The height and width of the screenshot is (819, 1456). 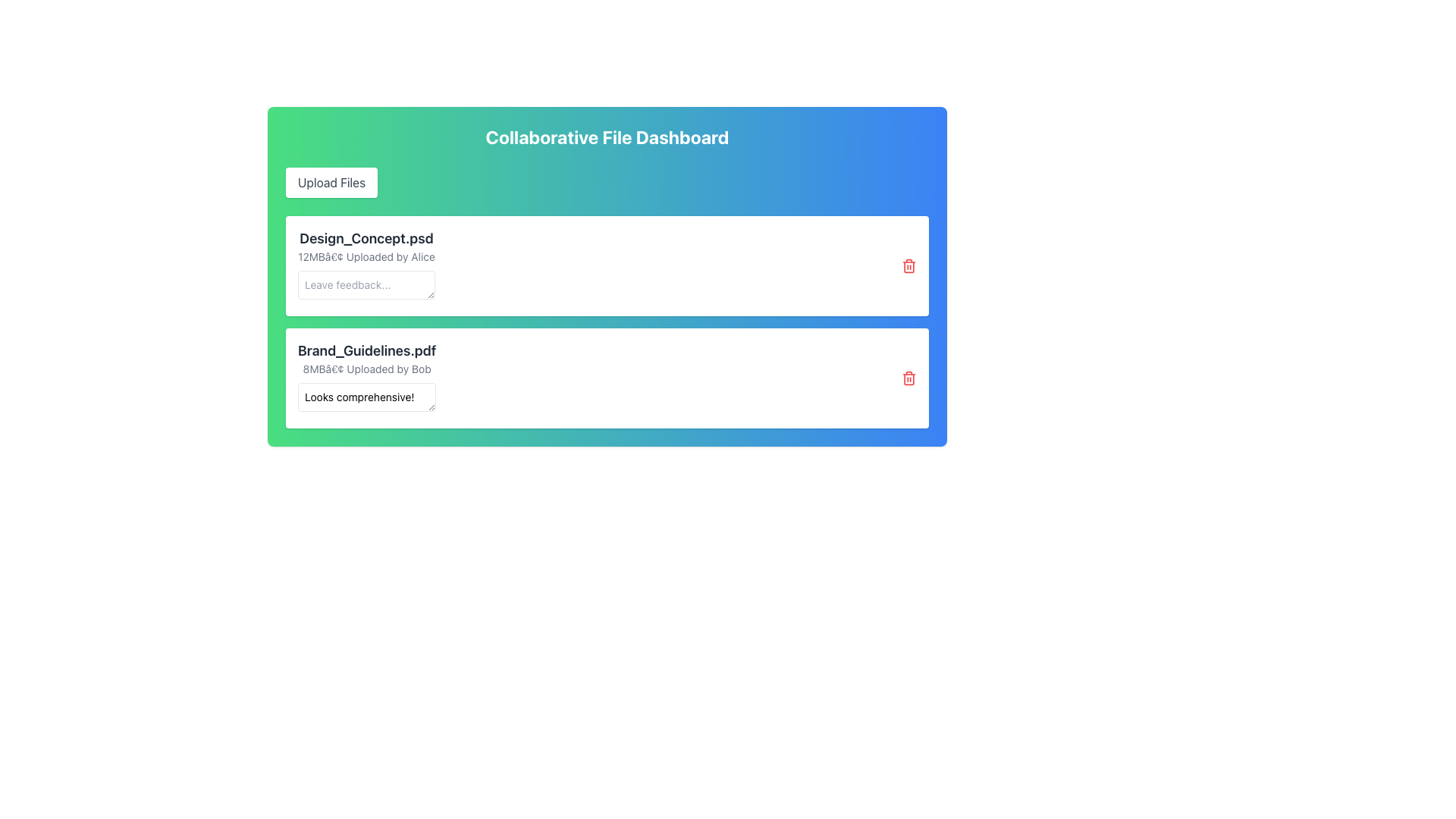 What do you see at coordinates (367, 369) in the screenshot?
I see `the textual information display element that shows details about the file 'Brand_Guidelines.pdf', positioned below its title and above the text area input` at bounding box center [367, 369].